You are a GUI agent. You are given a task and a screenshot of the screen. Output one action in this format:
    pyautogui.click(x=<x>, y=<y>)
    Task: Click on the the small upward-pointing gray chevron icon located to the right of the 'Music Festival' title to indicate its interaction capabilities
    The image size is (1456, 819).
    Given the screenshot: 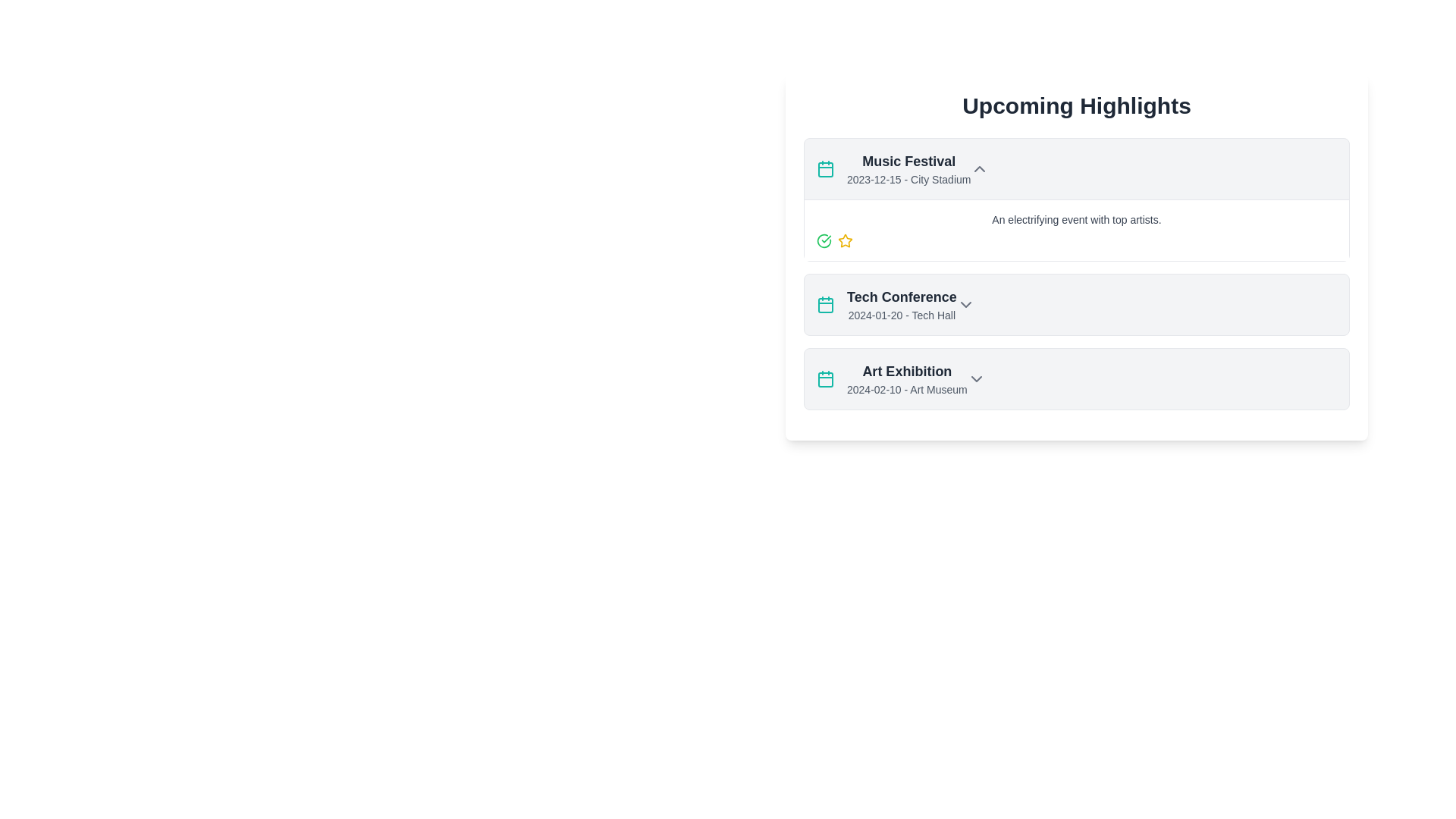 What is the action you would take?
    pyautogui.click(x=980, y=169)
    